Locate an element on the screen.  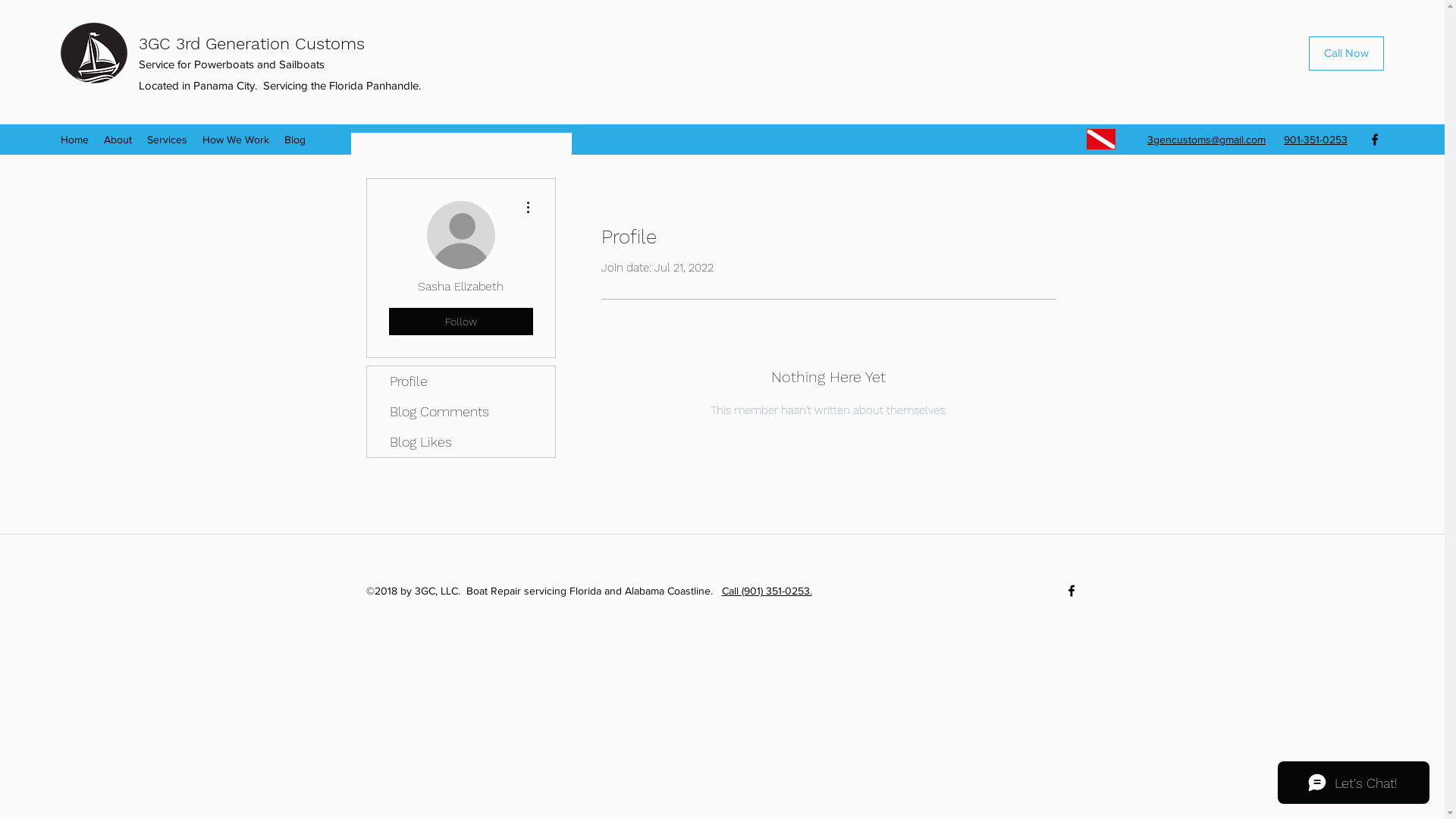
'Blog Likes' is located at coordinates (460, 441).